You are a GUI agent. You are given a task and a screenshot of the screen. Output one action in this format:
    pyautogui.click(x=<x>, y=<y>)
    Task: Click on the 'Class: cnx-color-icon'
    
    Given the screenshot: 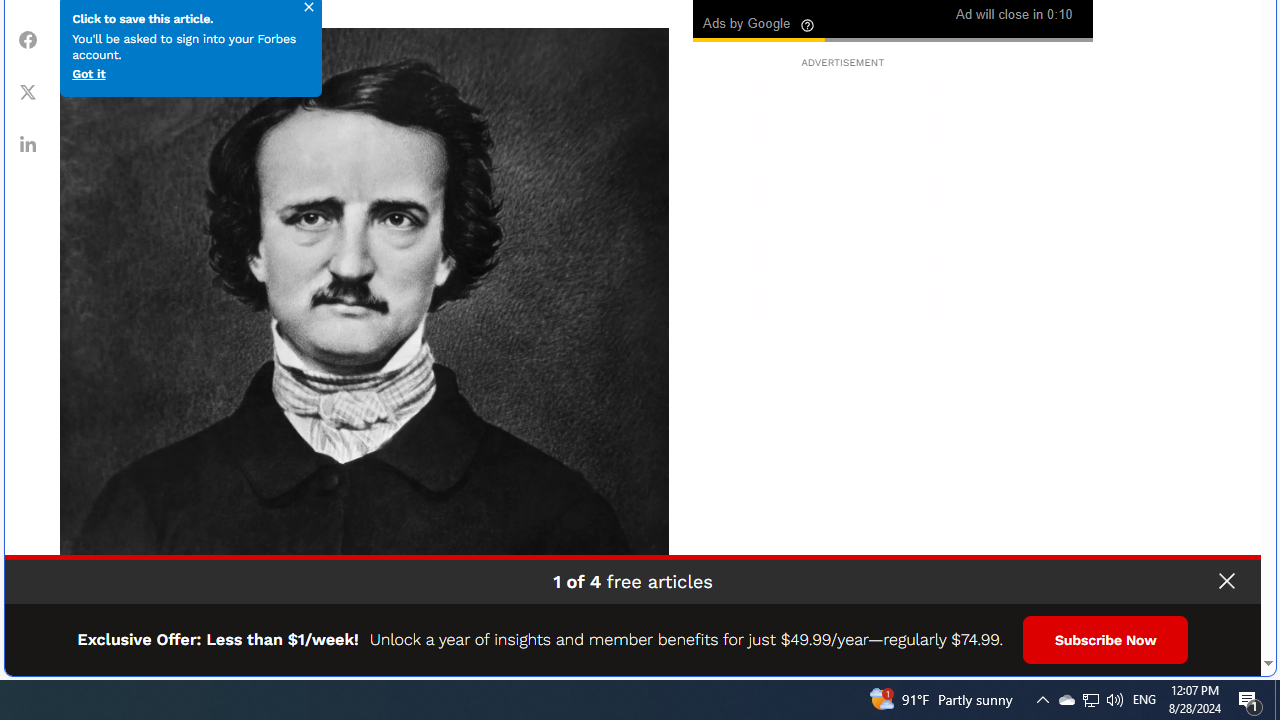 What is the action you would take?
    pyautogui.click(x=758, y=12)
    